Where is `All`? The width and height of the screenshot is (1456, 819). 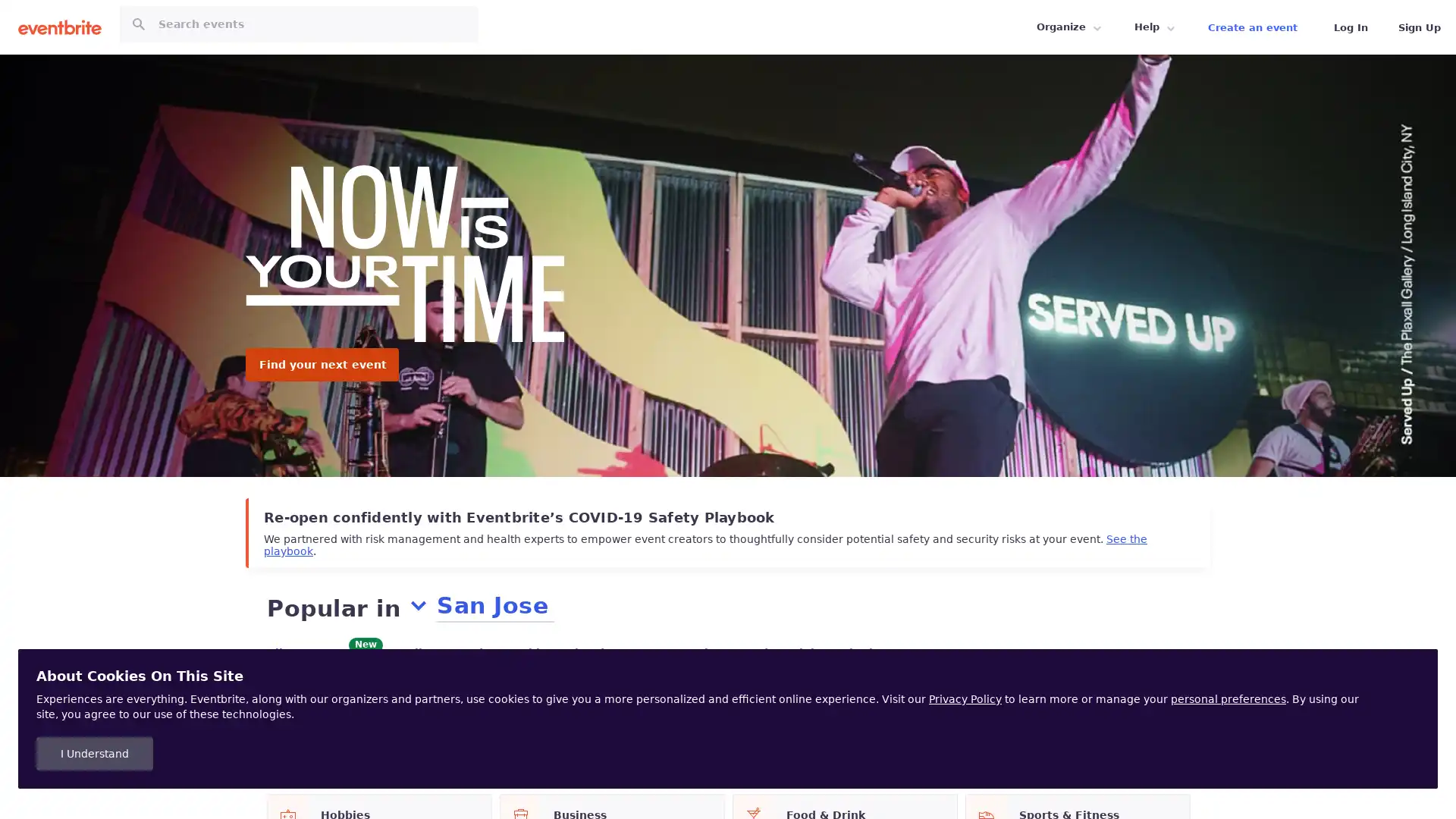
All is located at coordinates (275, 651).